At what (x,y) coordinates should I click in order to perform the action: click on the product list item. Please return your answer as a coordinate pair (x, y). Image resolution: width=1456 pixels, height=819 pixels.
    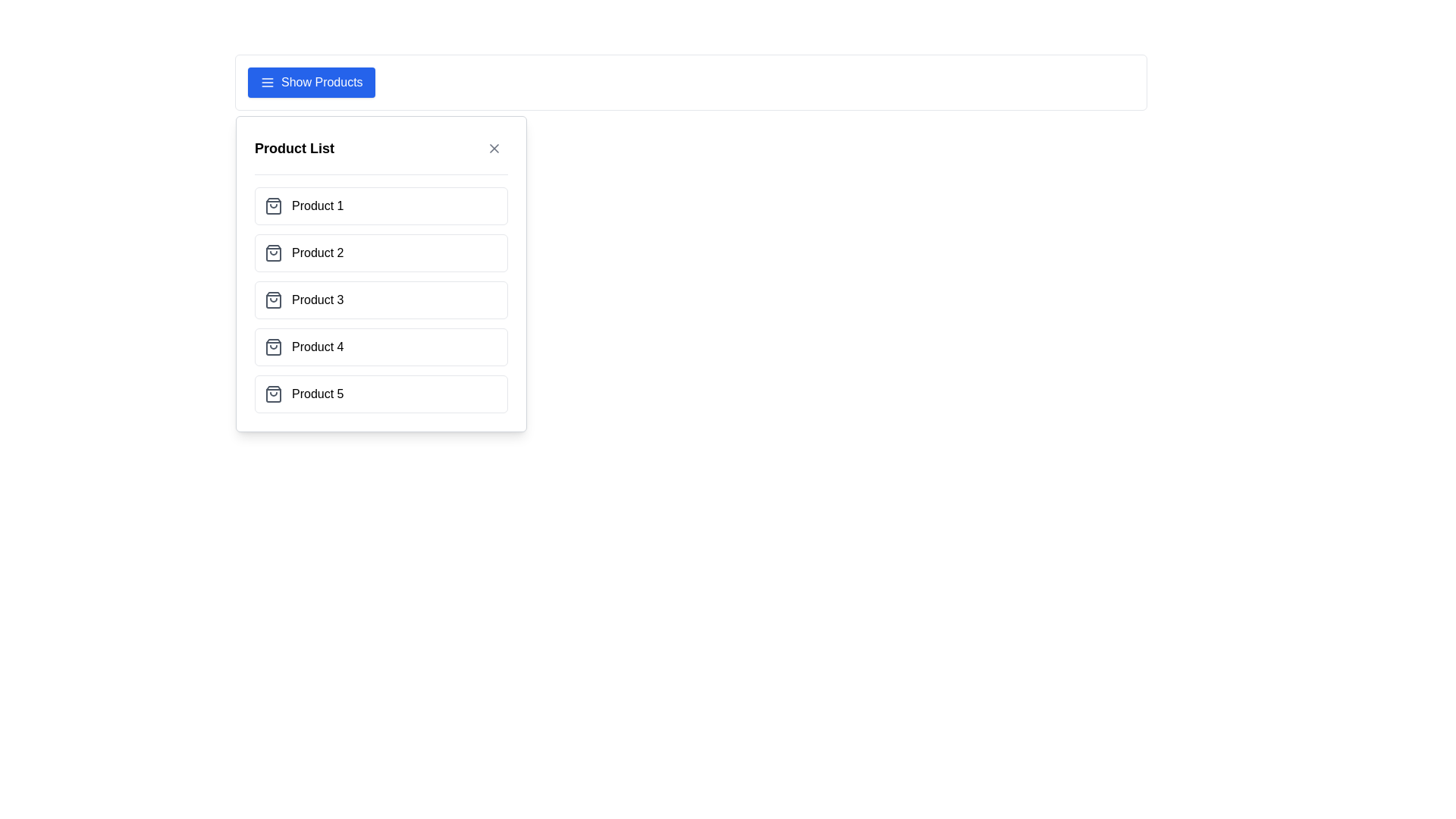
    Looking at the image, I should click on (381, 300).